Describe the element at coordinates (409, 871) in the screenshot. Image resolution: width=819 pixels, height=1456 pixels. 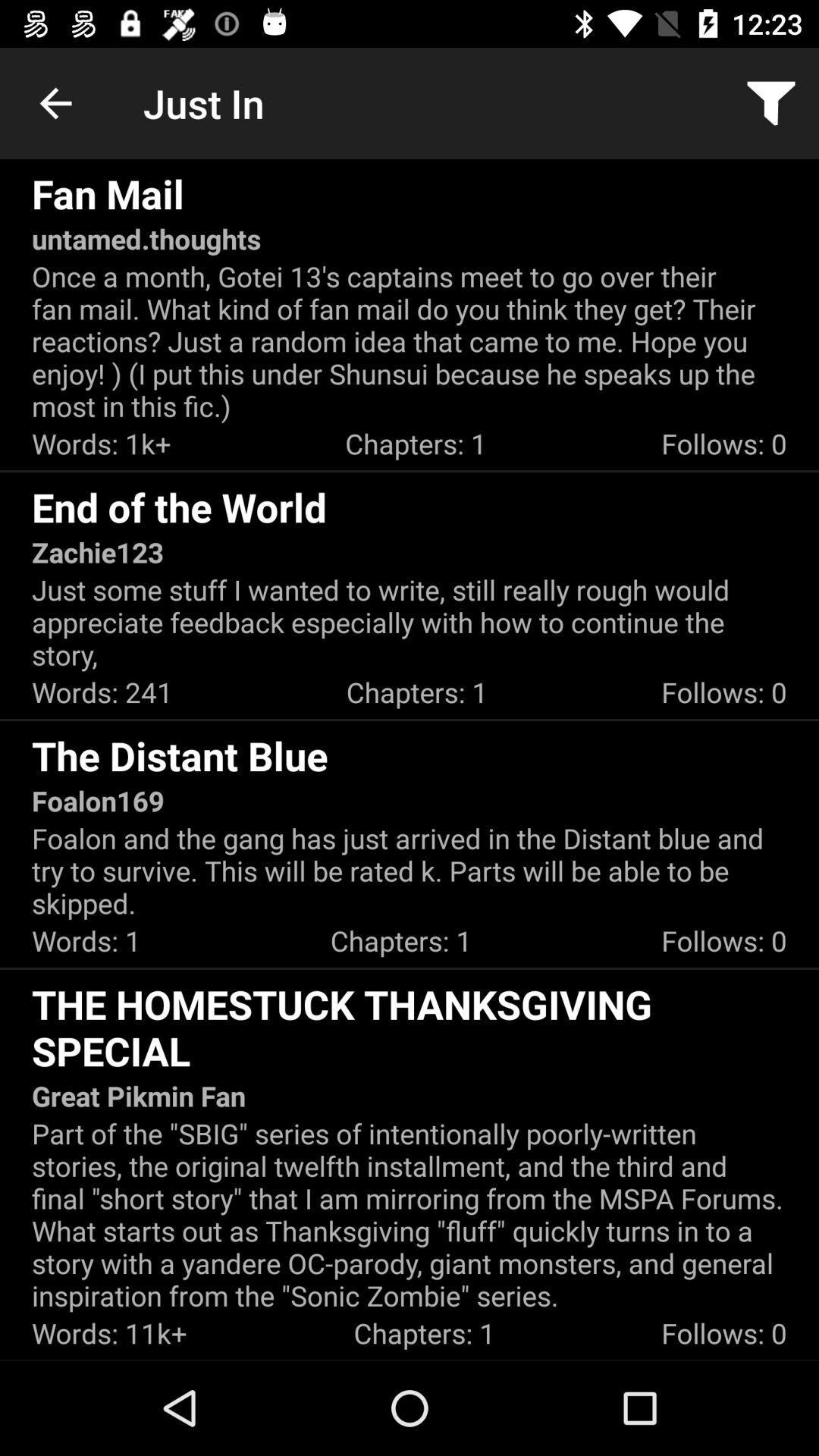
I see `the item below the foalon169 icon` at that location.